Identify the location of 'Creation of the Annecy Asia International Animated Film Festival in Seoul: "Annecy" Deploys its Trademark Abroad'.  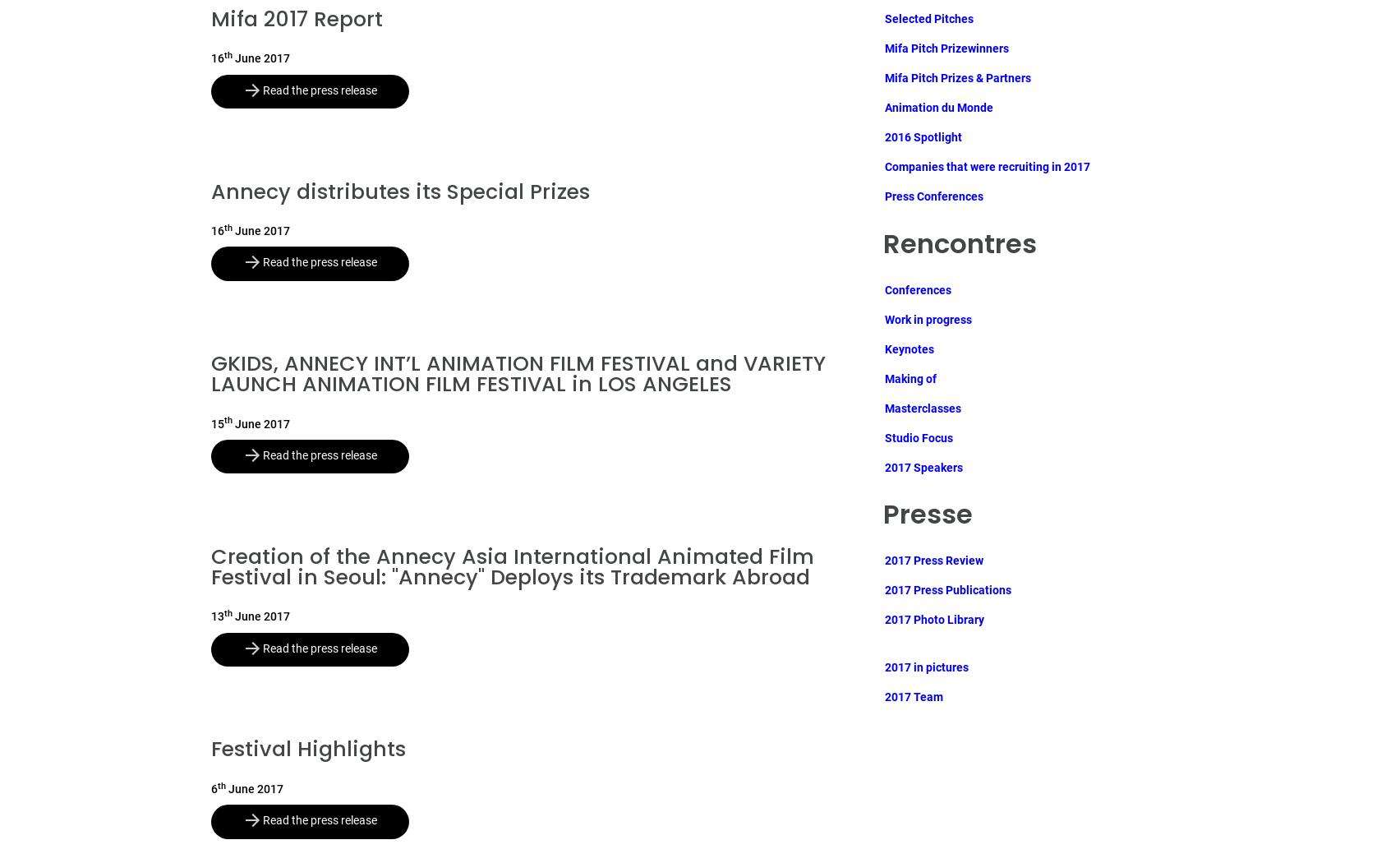
(513, 566).